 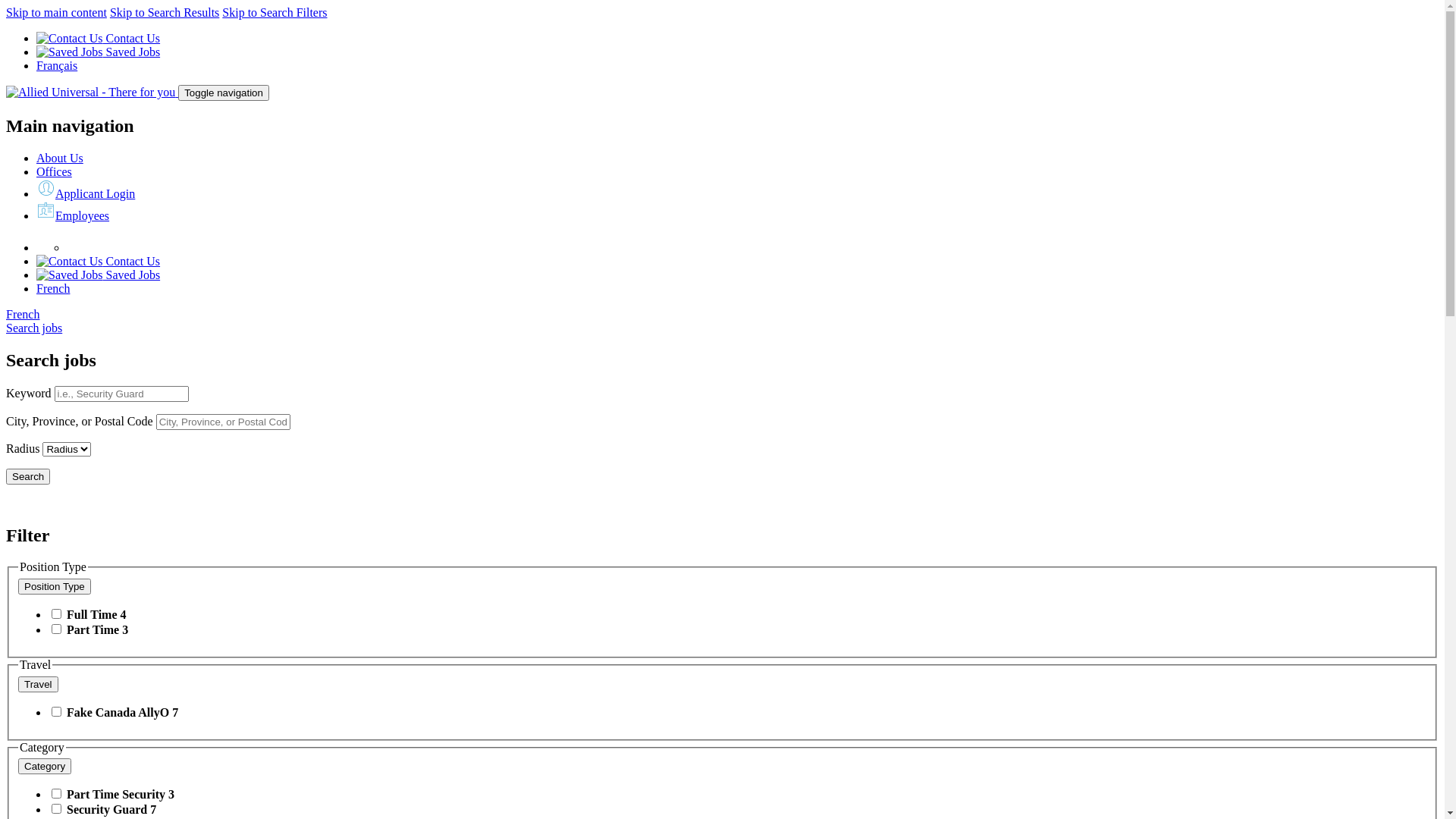 I want to click on 'Skip to Search Results', so click(x=164, y=12).